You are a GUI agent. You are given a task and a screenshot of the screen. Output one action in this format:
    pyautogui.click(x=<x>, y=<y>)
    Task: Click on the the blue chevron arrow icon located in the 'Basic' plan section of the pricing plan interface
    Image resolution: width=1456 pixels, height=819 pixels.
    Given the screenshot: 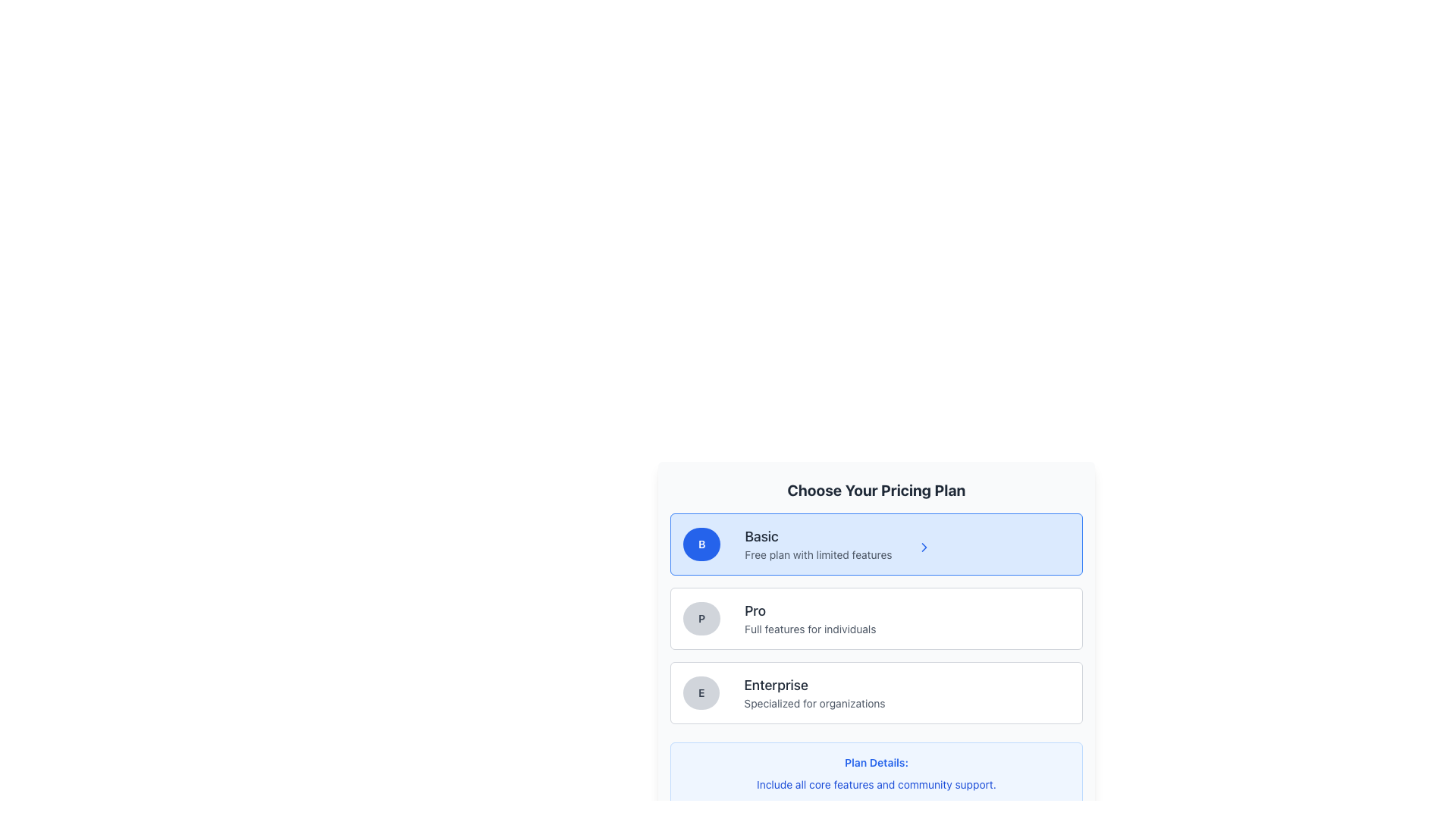 What is the action you would take?
    pyautogui.click(x=923, y=547)
    